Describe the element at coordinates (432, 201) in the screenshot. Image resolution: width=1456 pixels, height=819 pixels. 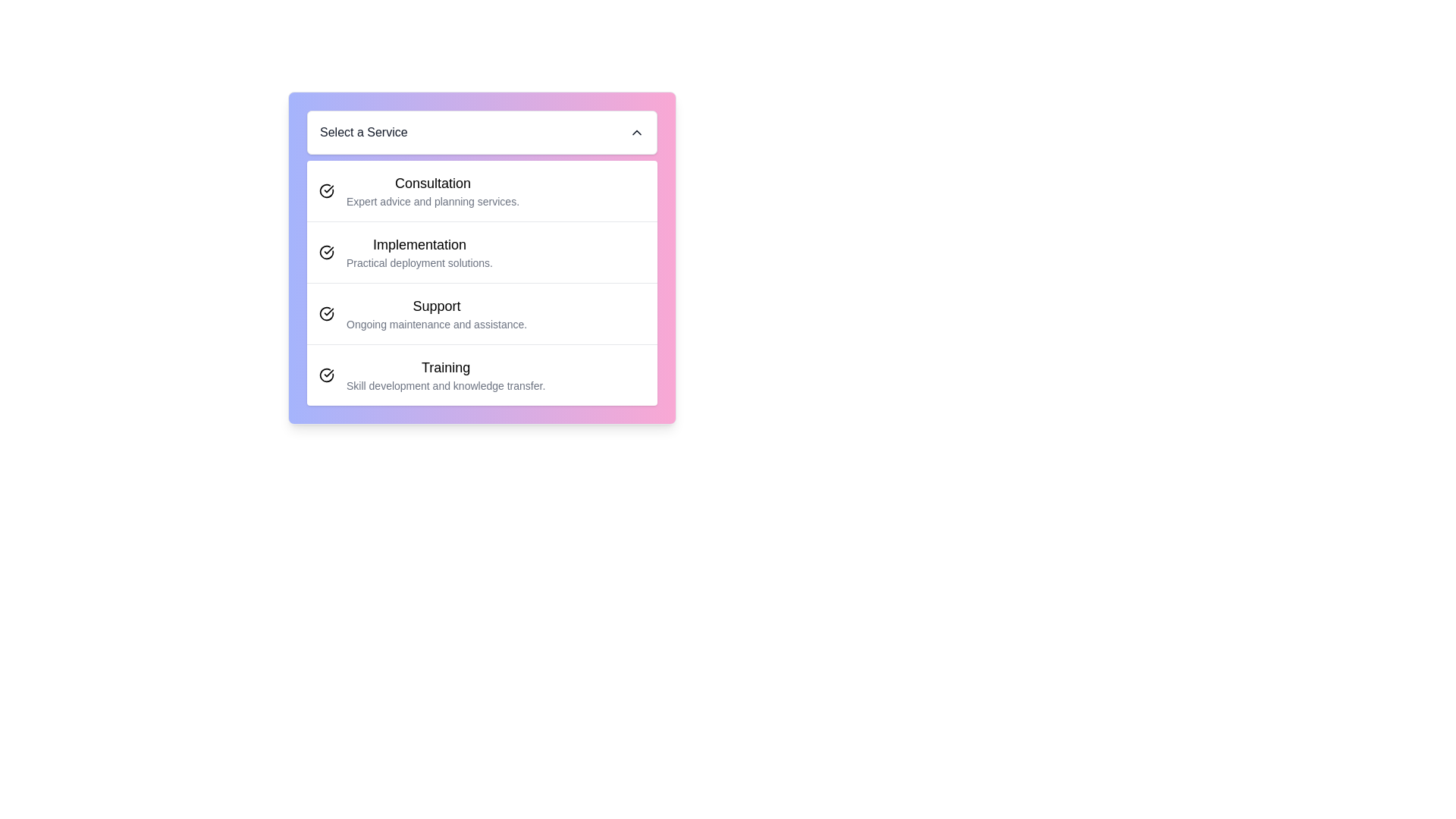
I see `the description text element providing information about the 'Consultation' service, located beneath the heading 'Consultation' in the 'Select a Service' menu` at that location.